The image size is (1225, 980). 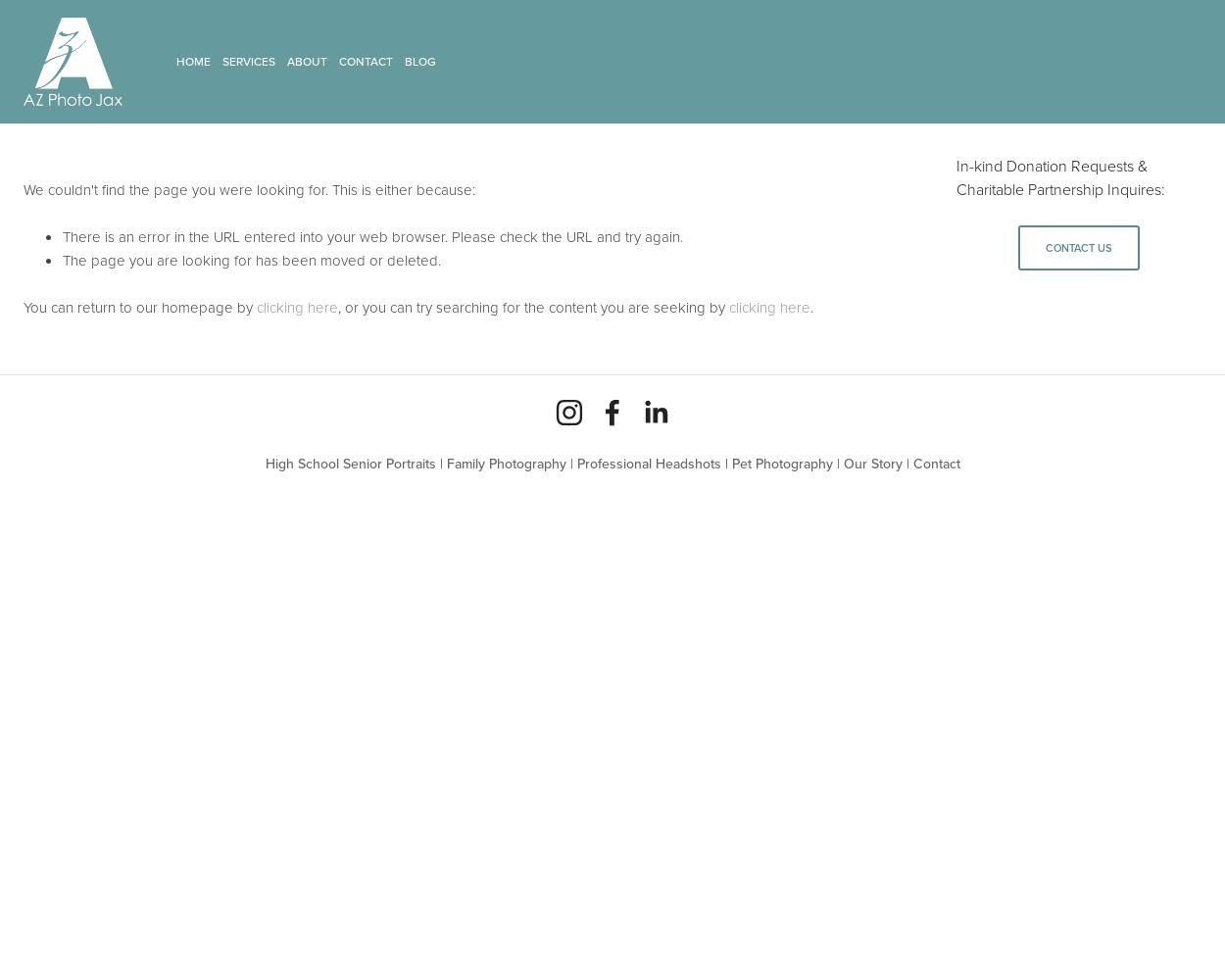 I want to click on 'Family Photography', so click(x=506, y=463).